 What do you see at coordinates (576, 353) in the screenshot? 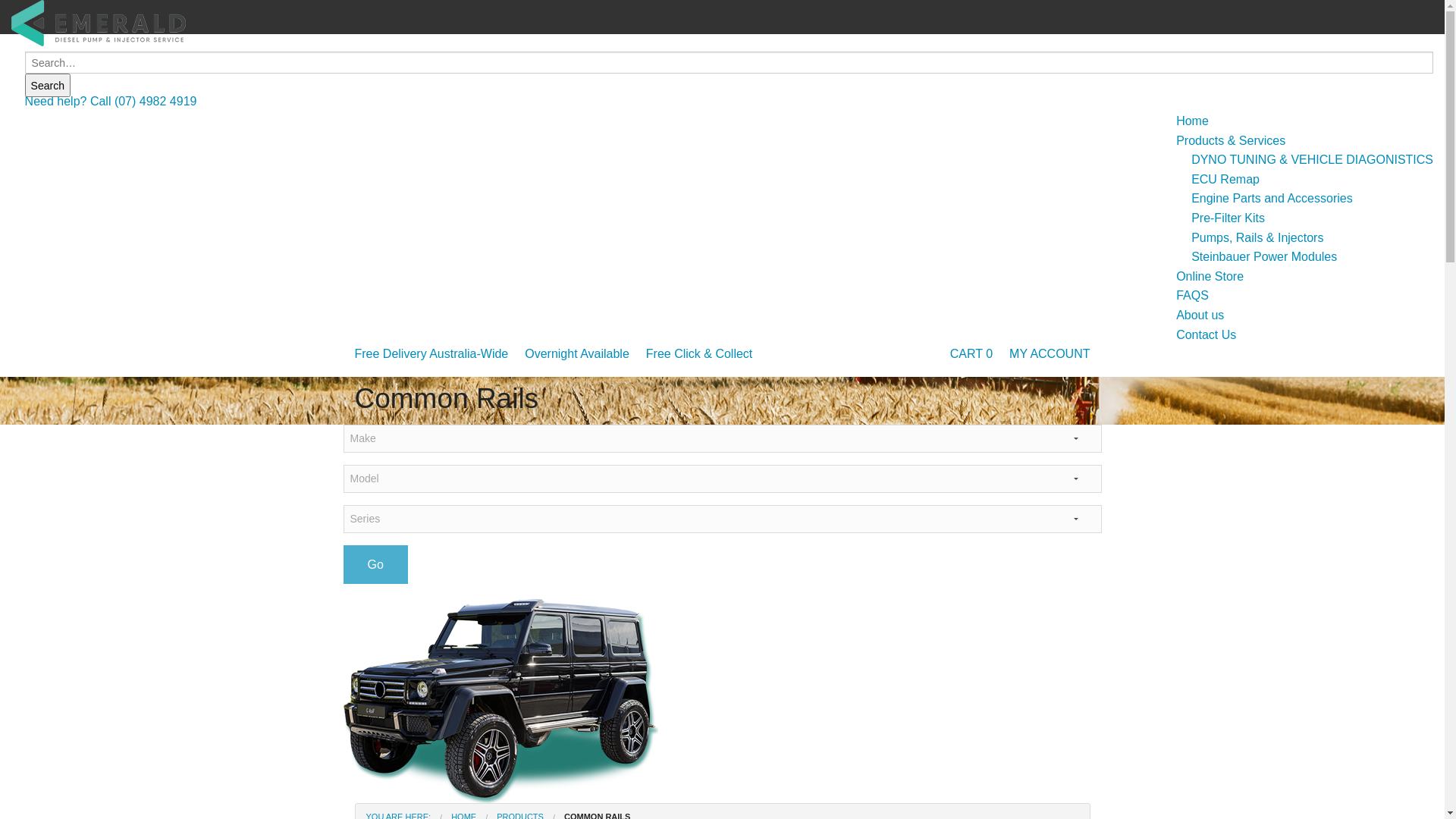
I see `'Overnight Available'` at bounding box center [576, 353].